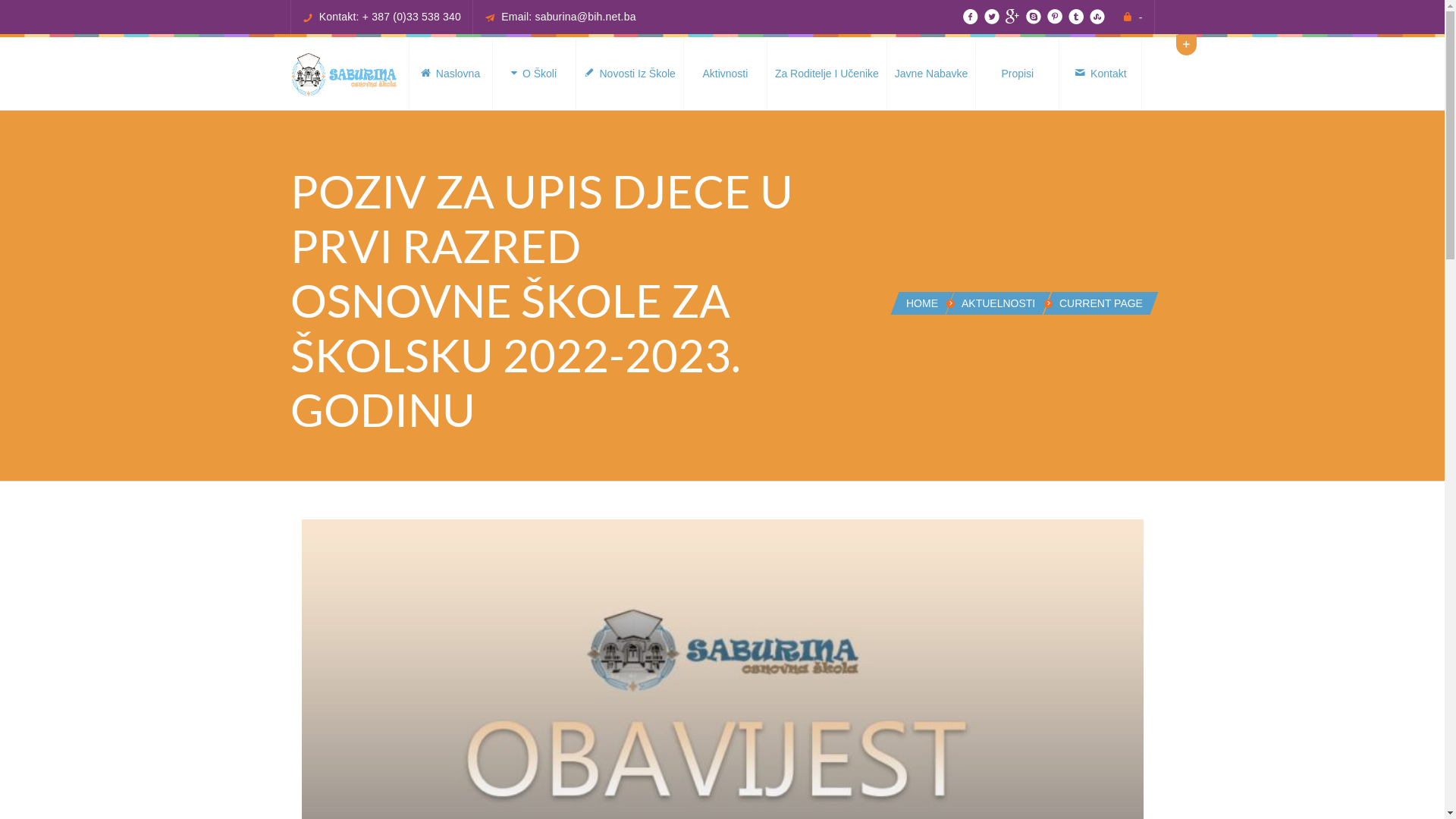 The image size is (1456, 819). What do you see at coordinates (1141, 17) in the screenshot?
I see `'-'` at bounding box center [1141, 17].